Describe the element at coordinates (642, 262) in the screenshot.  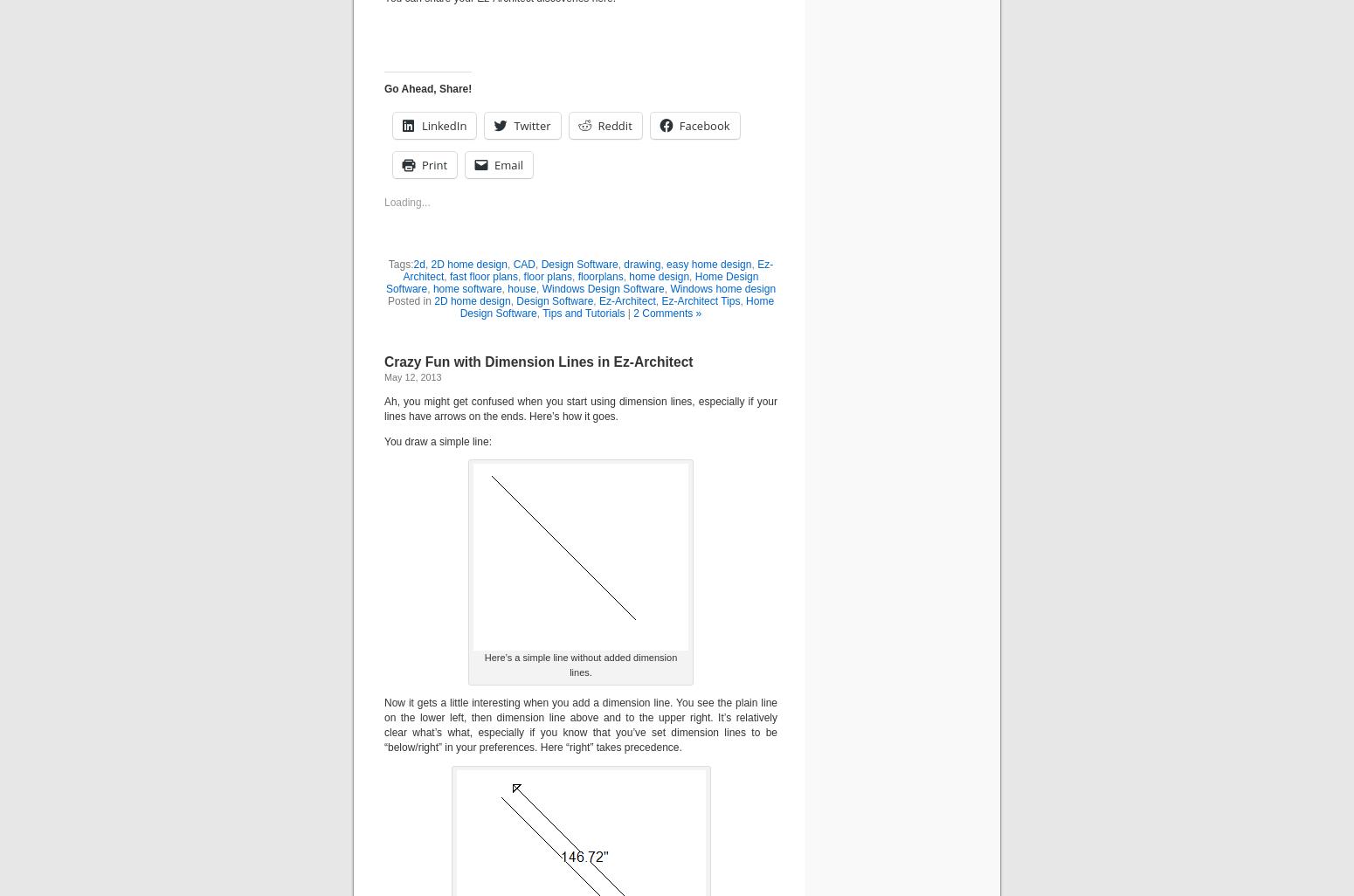
I see `'drawing'` at that location.